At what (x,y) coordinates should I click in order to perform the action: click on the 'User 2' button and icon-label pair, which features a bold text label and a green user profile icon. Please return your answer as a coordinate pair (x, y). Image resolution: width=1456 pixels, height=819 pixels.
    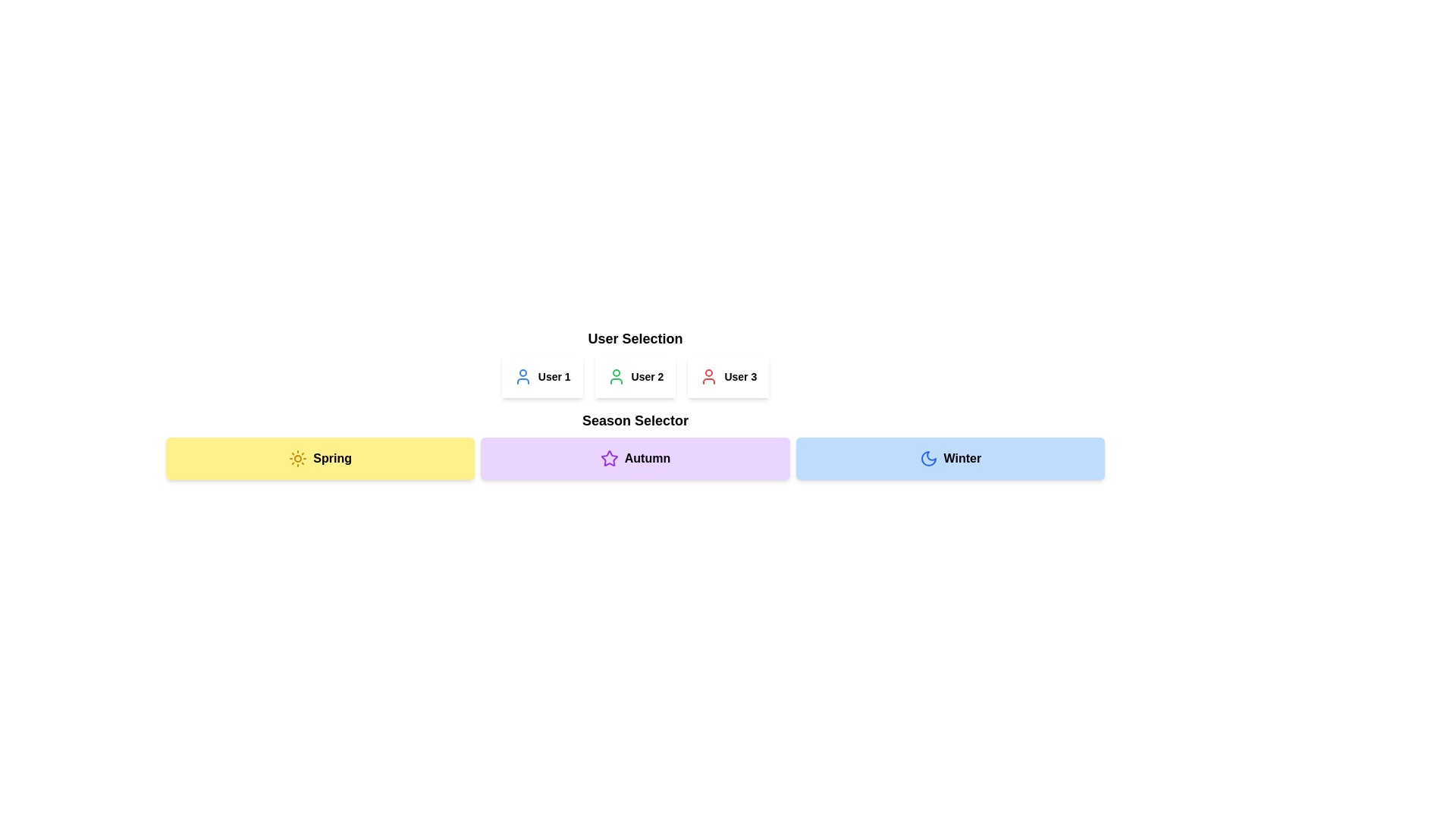
    Looking at the image, I should click on (635, 376).